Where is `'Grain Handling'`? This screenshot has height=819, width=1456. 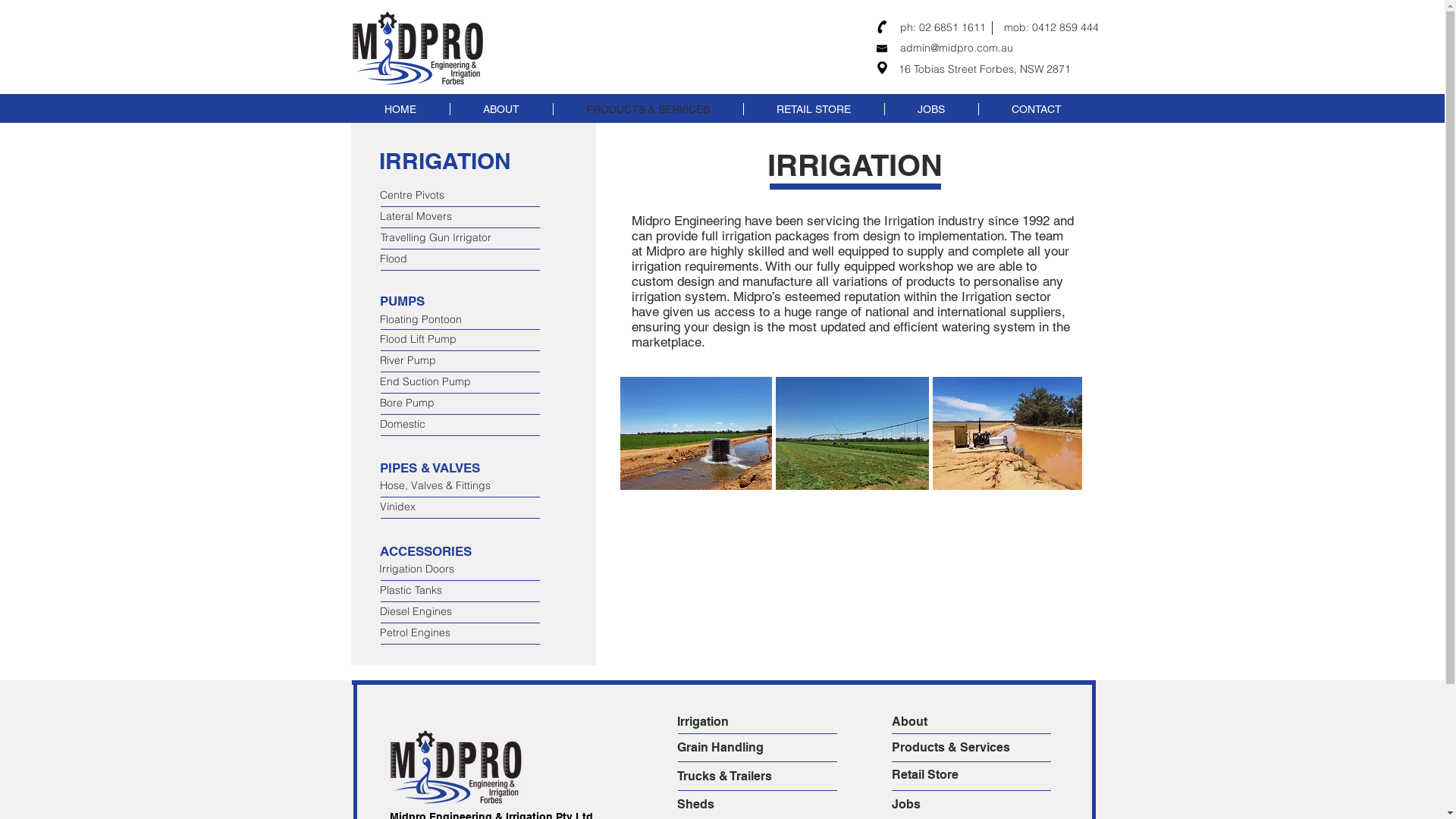
'Grain Handling' is located at coordinates (730, 747).